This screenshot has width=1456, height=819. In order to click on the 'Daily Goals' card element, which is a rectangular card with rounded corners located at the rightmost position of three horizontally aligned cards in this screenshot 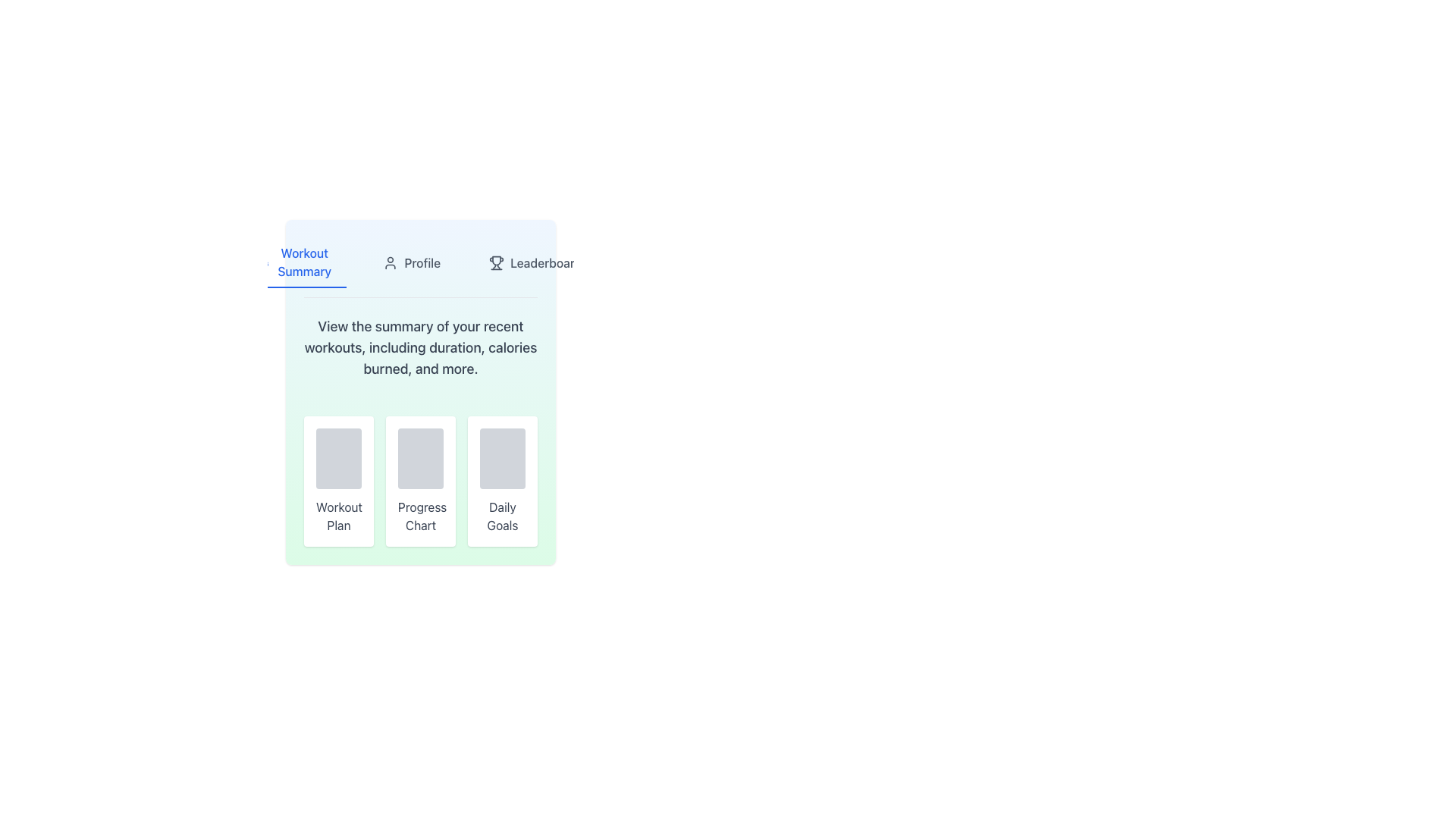, I will do `click(502, 482)`.